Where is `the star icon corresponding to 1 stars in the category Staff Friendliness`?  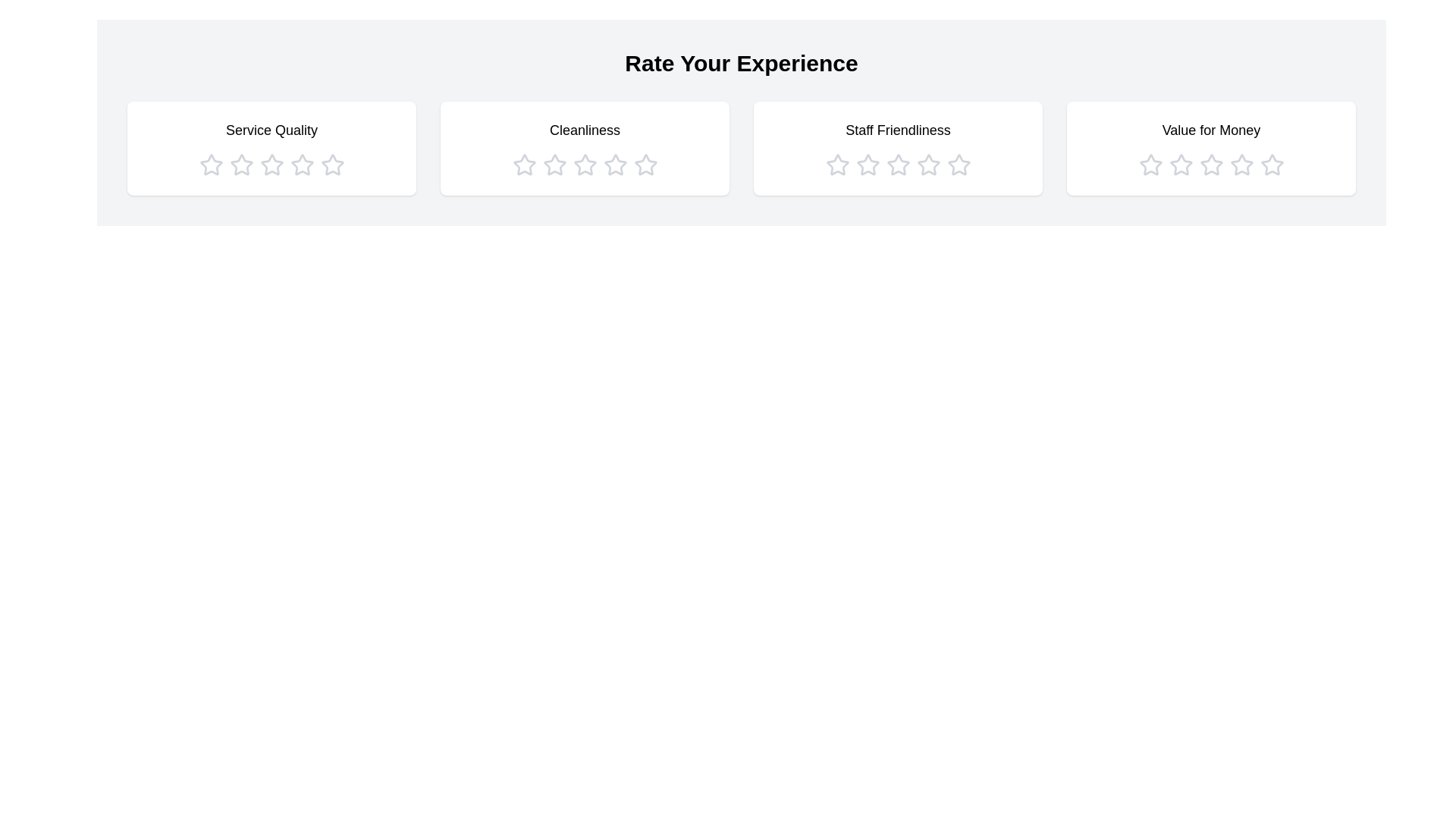 the star icon corresponding to 1 stars in the category Staff Friendliness is located at coordinates (836, 165).